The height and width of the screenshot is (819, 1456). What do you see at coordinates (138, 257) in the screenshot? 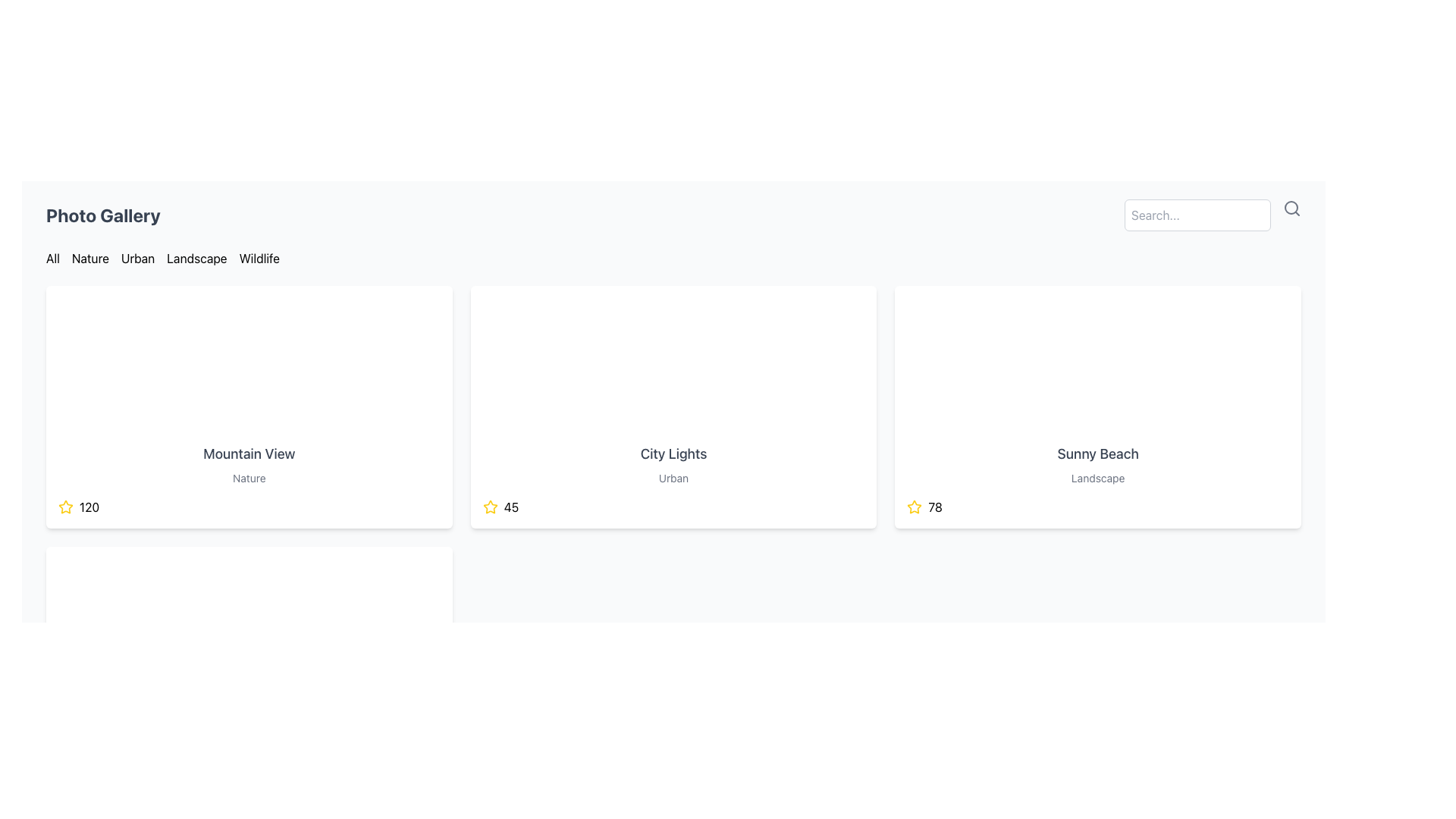
I see `the 'Urban' filter option located in the navigation bar, which is the third item from the left` at bounding box center [138, 257].